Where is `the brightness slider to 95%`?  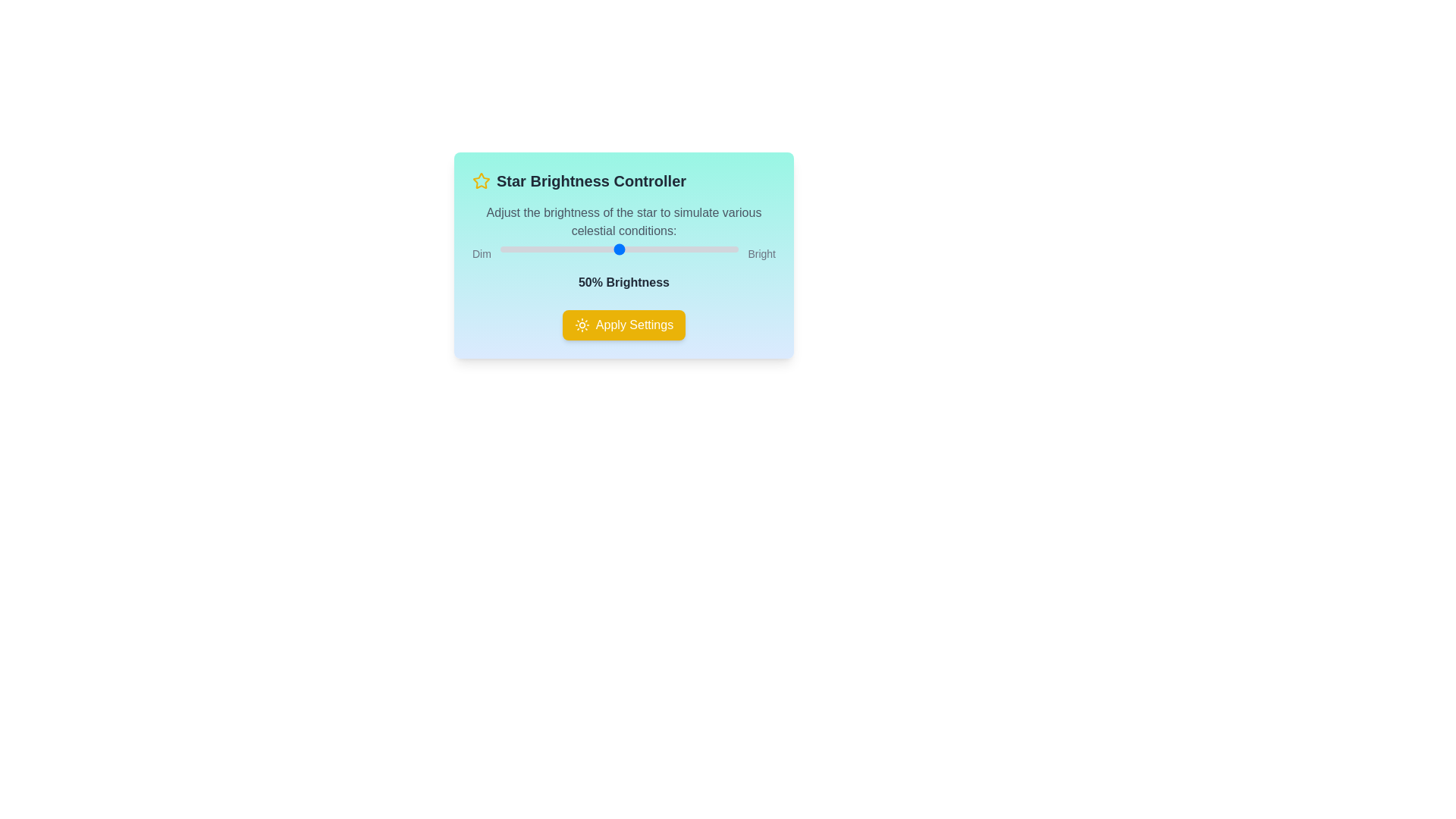
the brightness slider to 95% is located at coordinates (726, 248).